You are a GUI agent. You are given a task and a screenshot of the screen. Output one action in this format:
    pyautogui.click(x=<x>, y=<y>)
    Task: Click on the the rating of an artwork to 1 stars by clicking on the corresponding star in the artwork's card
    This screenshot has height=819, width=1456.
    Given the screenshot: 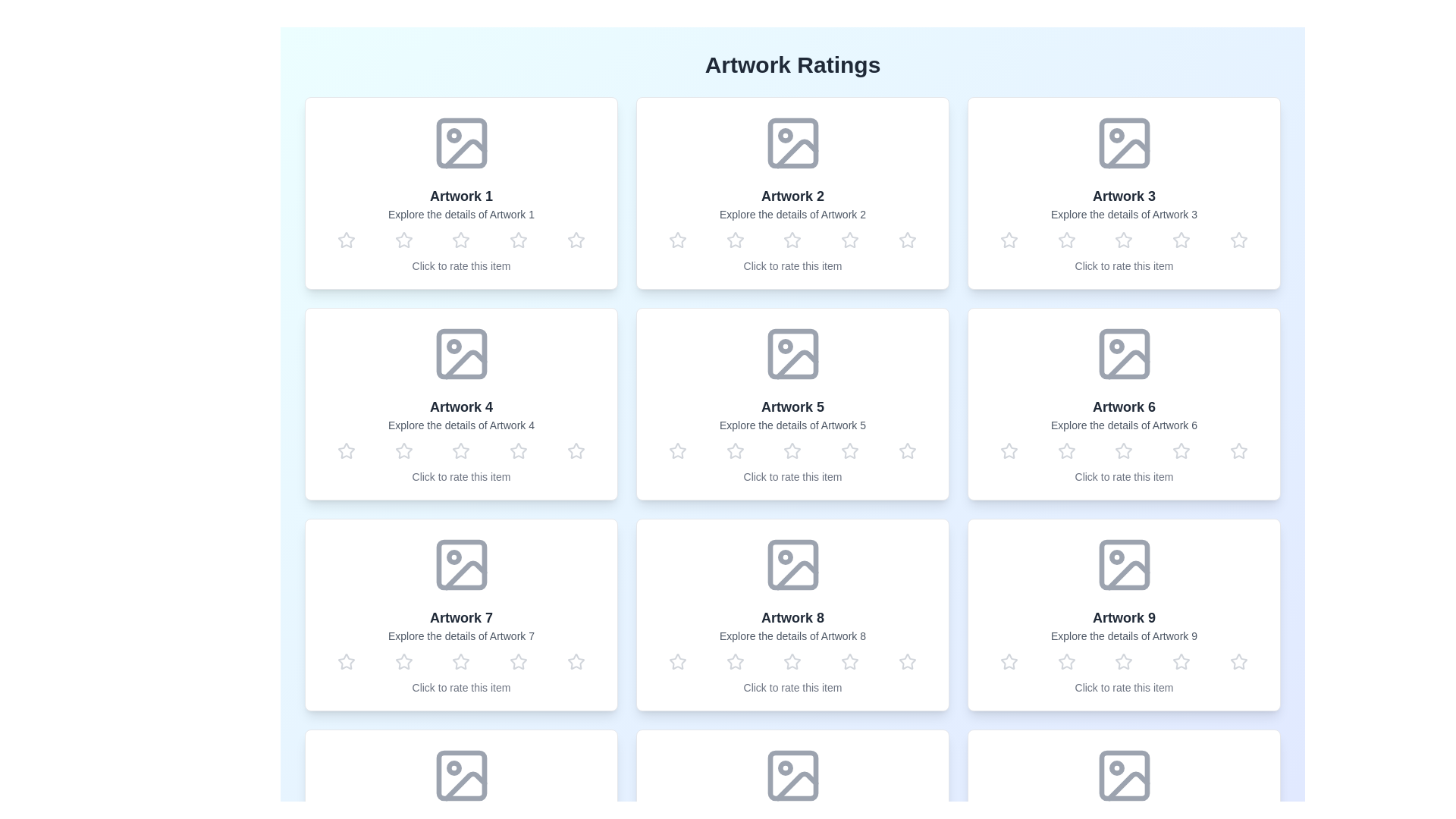 What is the action you would take?
    pyautogui.click(x=345, y=239)
    